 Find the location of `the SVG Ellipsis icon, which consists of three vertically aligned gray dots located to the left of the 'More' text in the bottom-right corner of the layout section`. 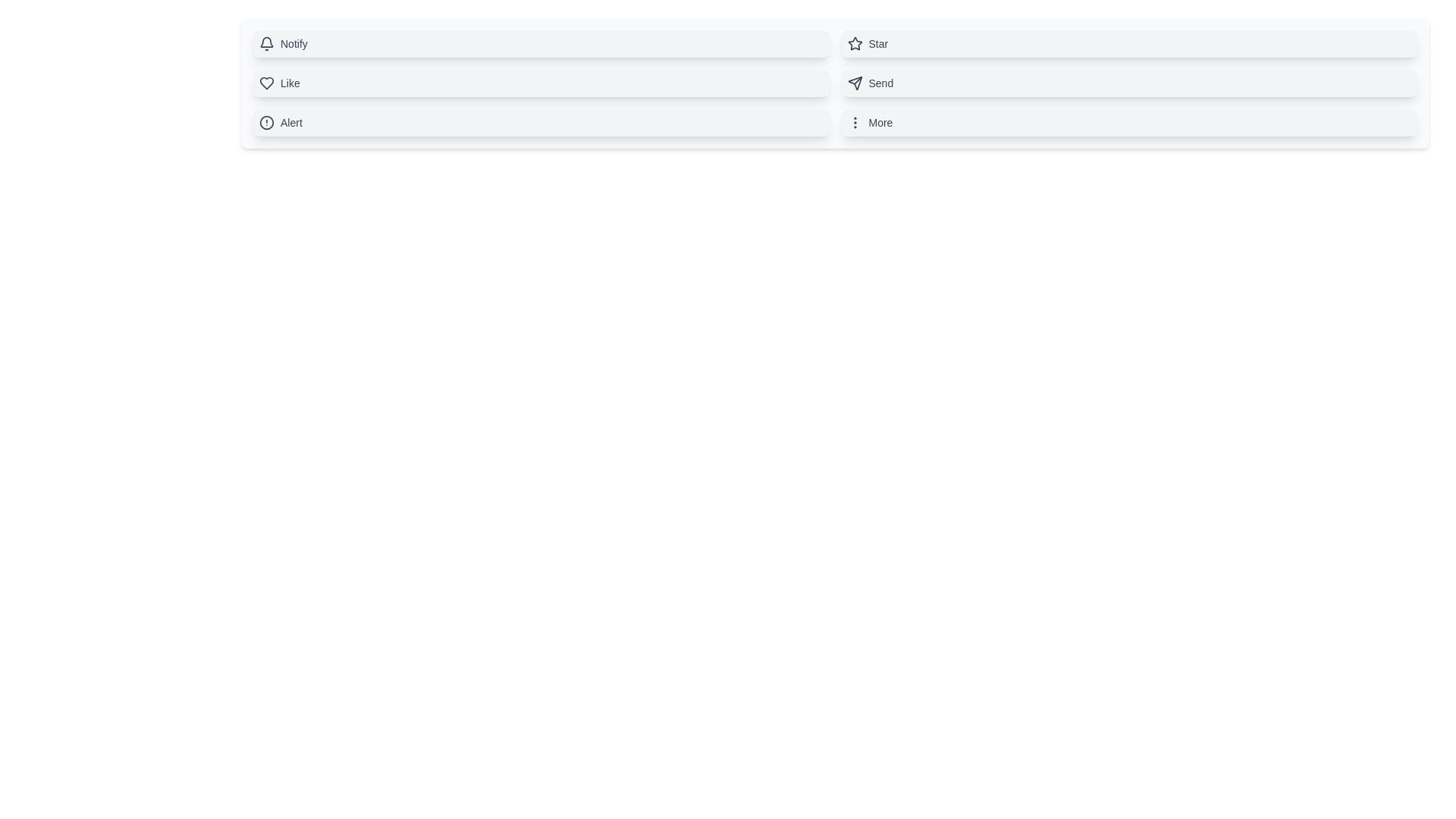

the SVG Ellipsis icon, which consists of three vertically aligned gray dots located to the left of the 'More' text in the bottom-right corner of the layout section is located at coordinates (855, 122).